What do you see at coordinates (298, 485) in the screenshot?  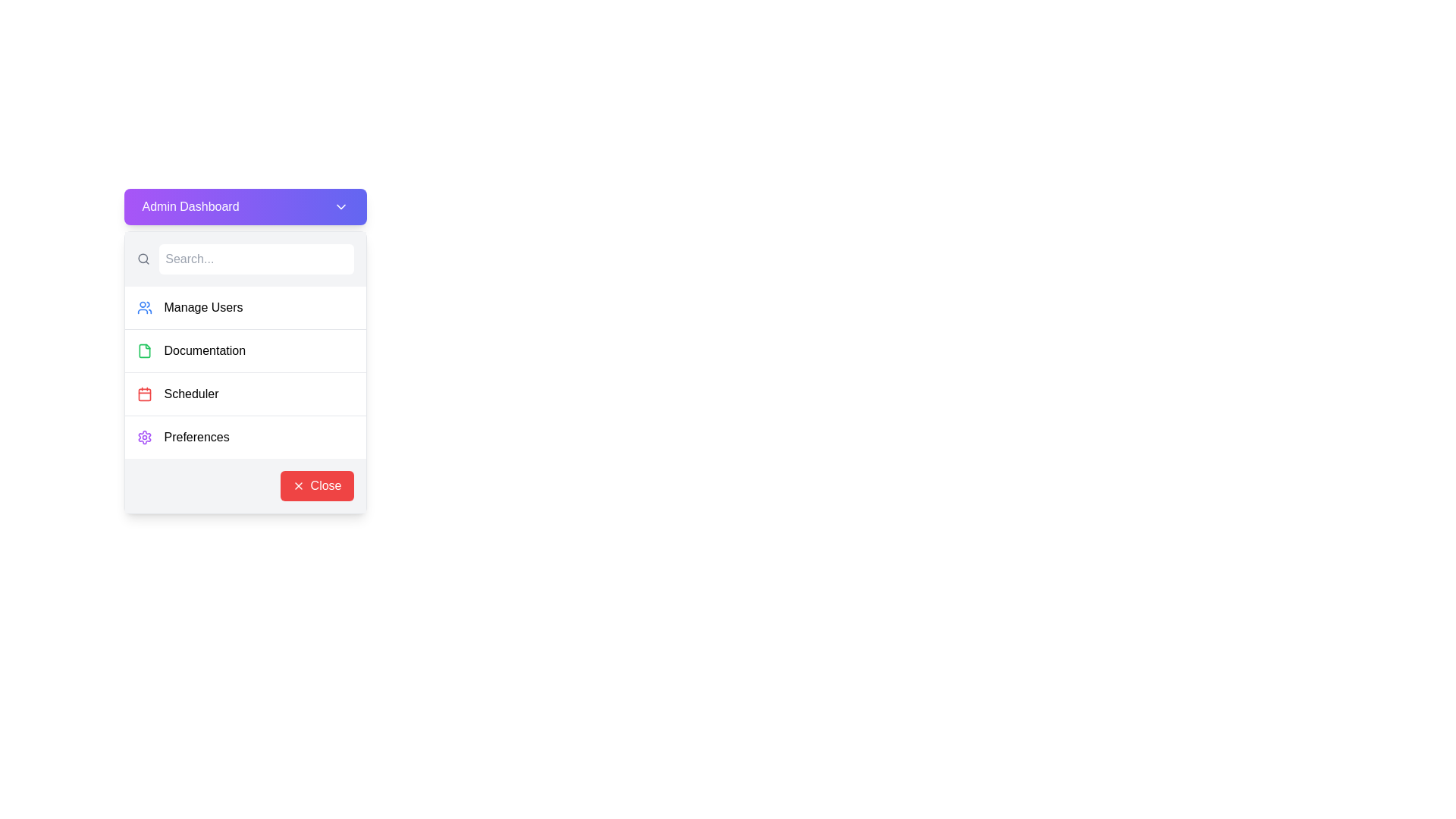 I see `the close icon represented by a minimal 'X' shape inside a red rounded rectangular button labeled 'Close' at the bottom right corner of the popup menu` at bounding box center [298, 485].